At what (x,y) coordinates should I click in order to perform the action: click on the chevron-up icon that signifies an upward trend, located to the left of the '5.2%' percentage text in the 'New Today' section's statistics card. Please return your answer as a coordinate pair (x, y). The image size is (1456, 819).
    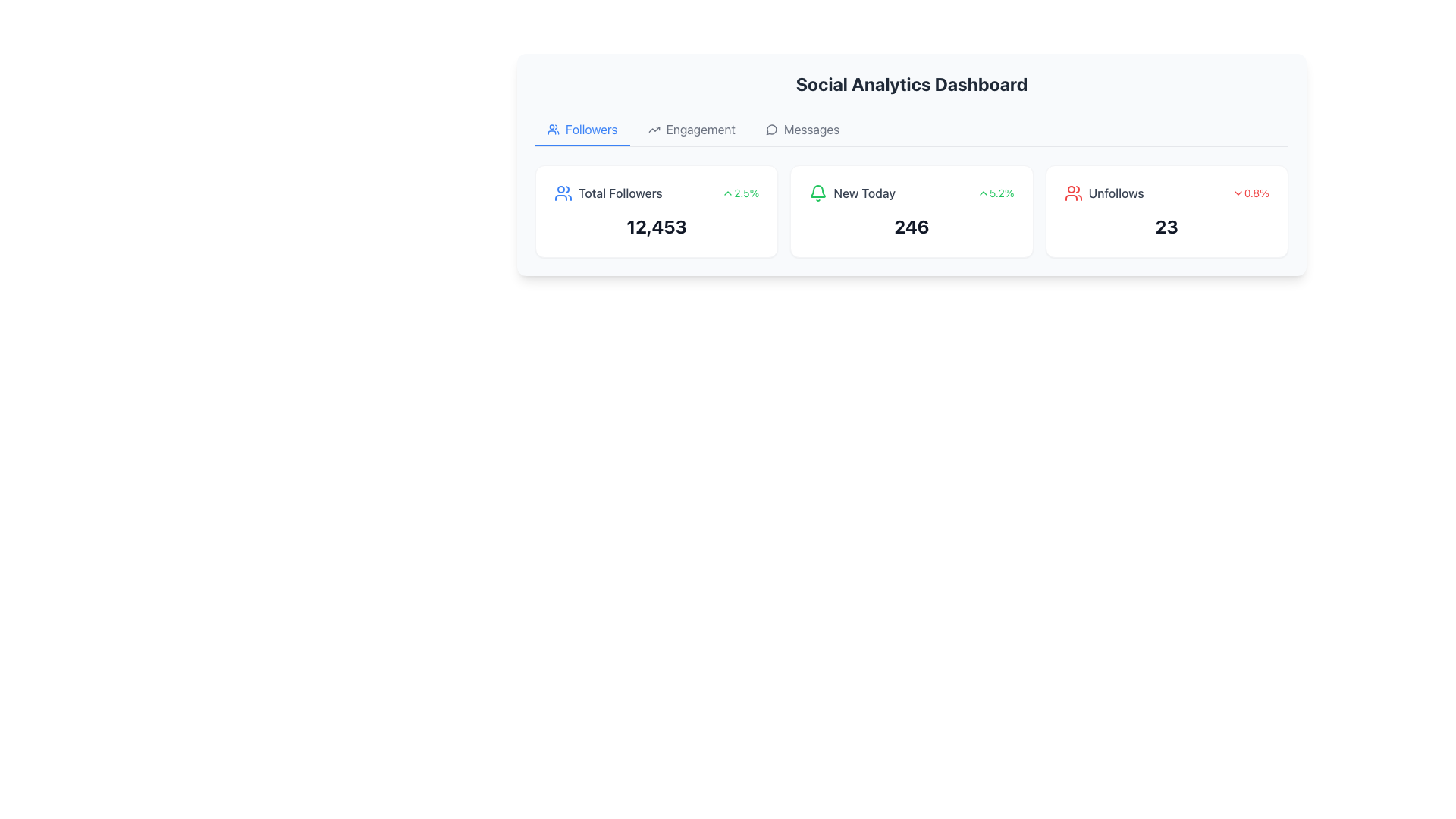
    Looking at the image, I should click on (983, 192).